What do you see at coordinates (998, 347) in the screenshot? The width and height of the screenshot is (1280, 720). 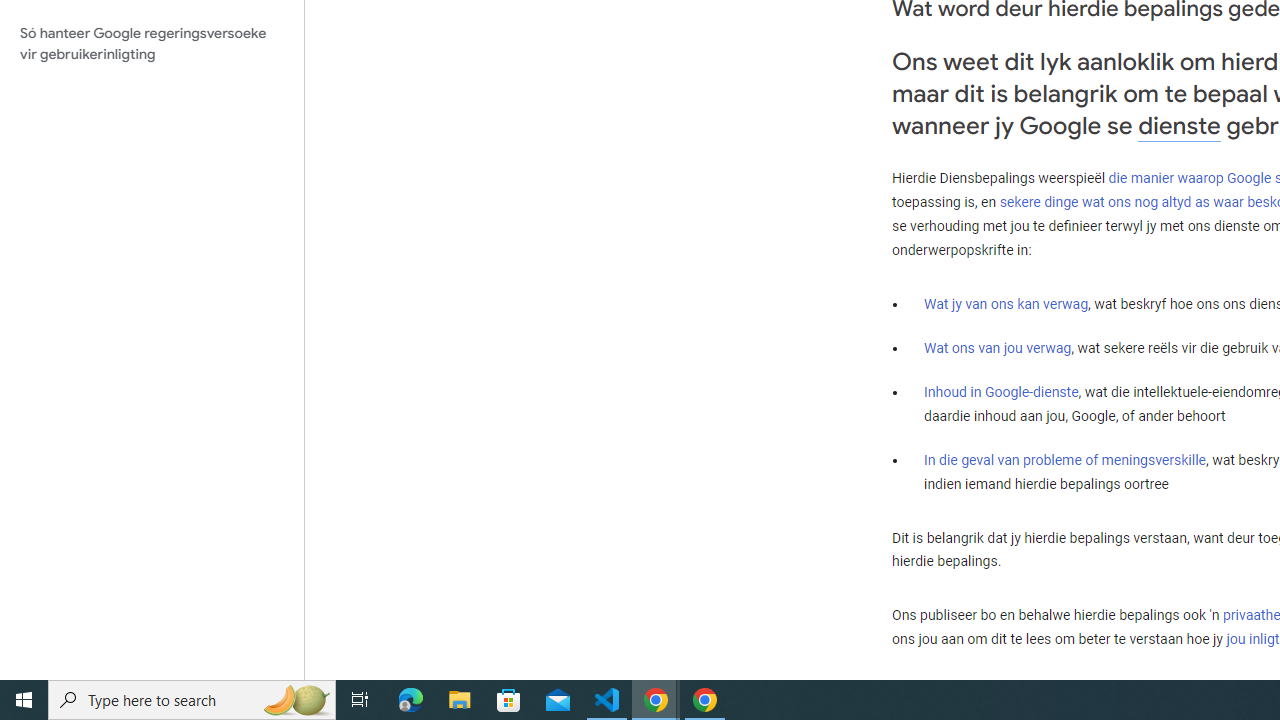 I see `'Wat ons van jou verwag'` at bounding box center [998, 347].